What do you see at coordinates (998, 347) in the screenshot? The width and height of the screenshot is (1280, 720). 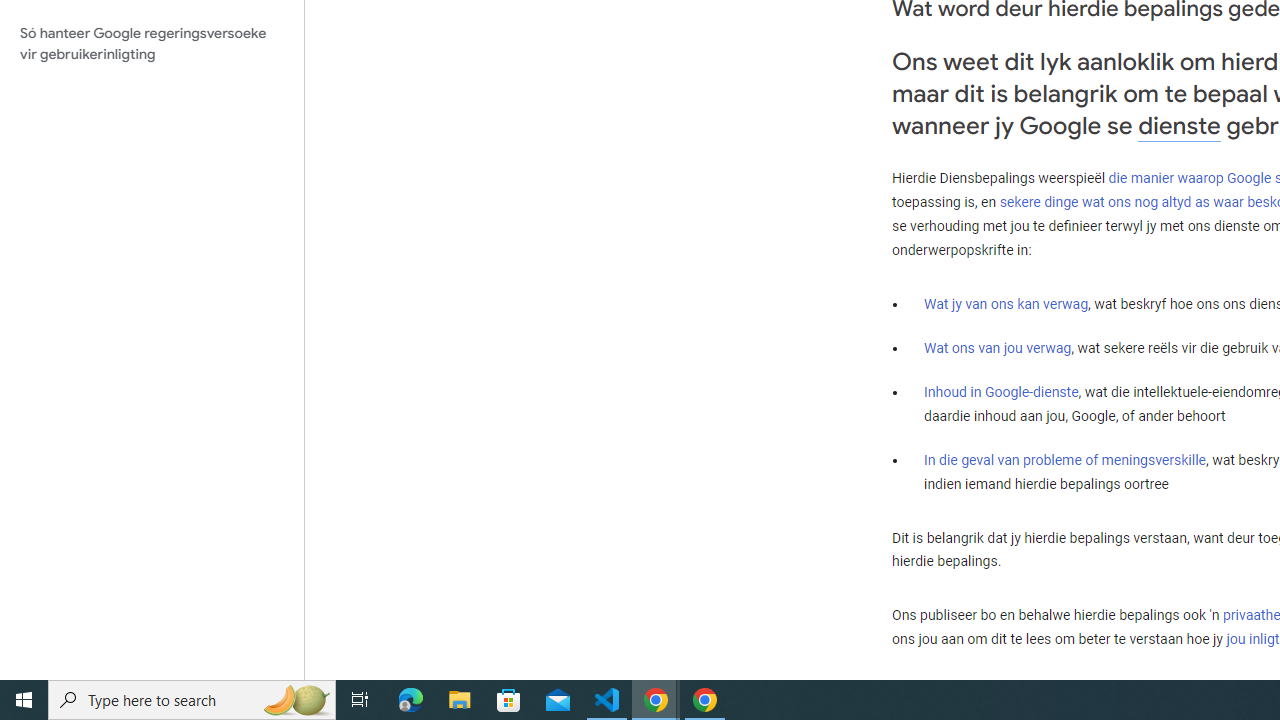 I see `'Wat ons van jou verwag'` at bounding box center [998, 347].